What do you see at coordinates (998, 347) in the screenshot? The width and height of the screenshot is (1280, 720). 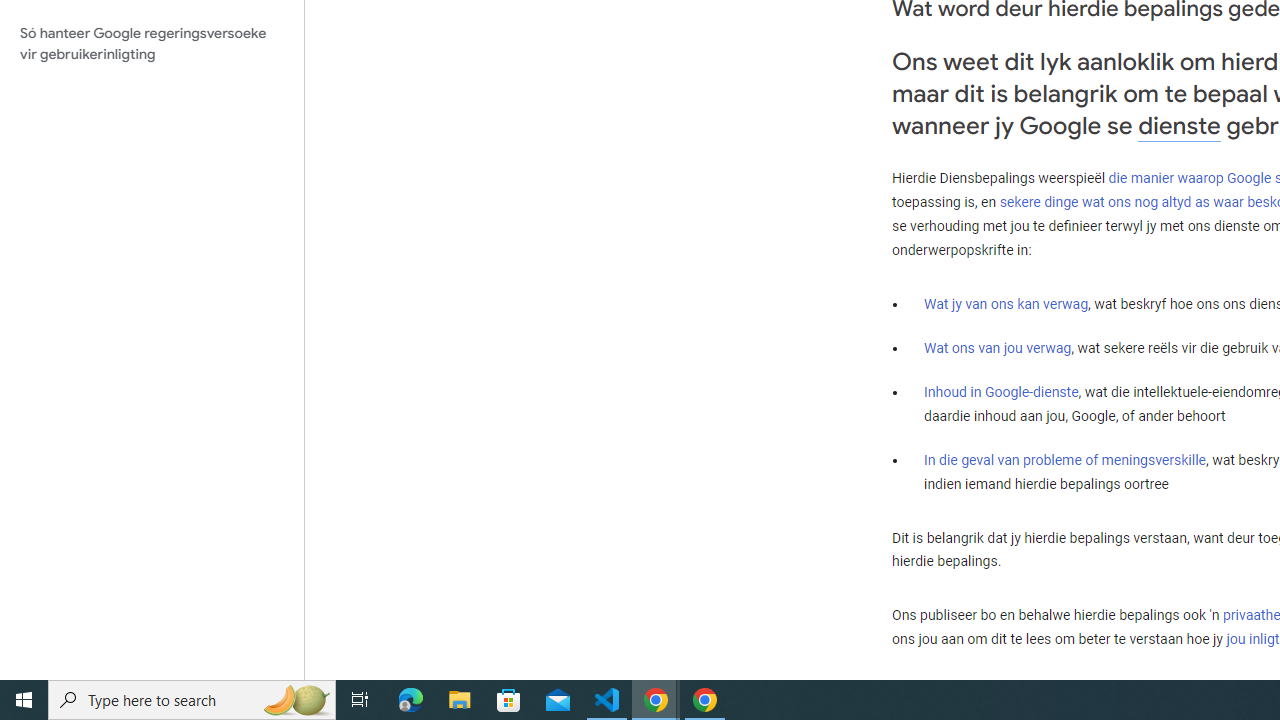 I see `'Wat ons van jou verwag'` at bounding box center [998, 347].